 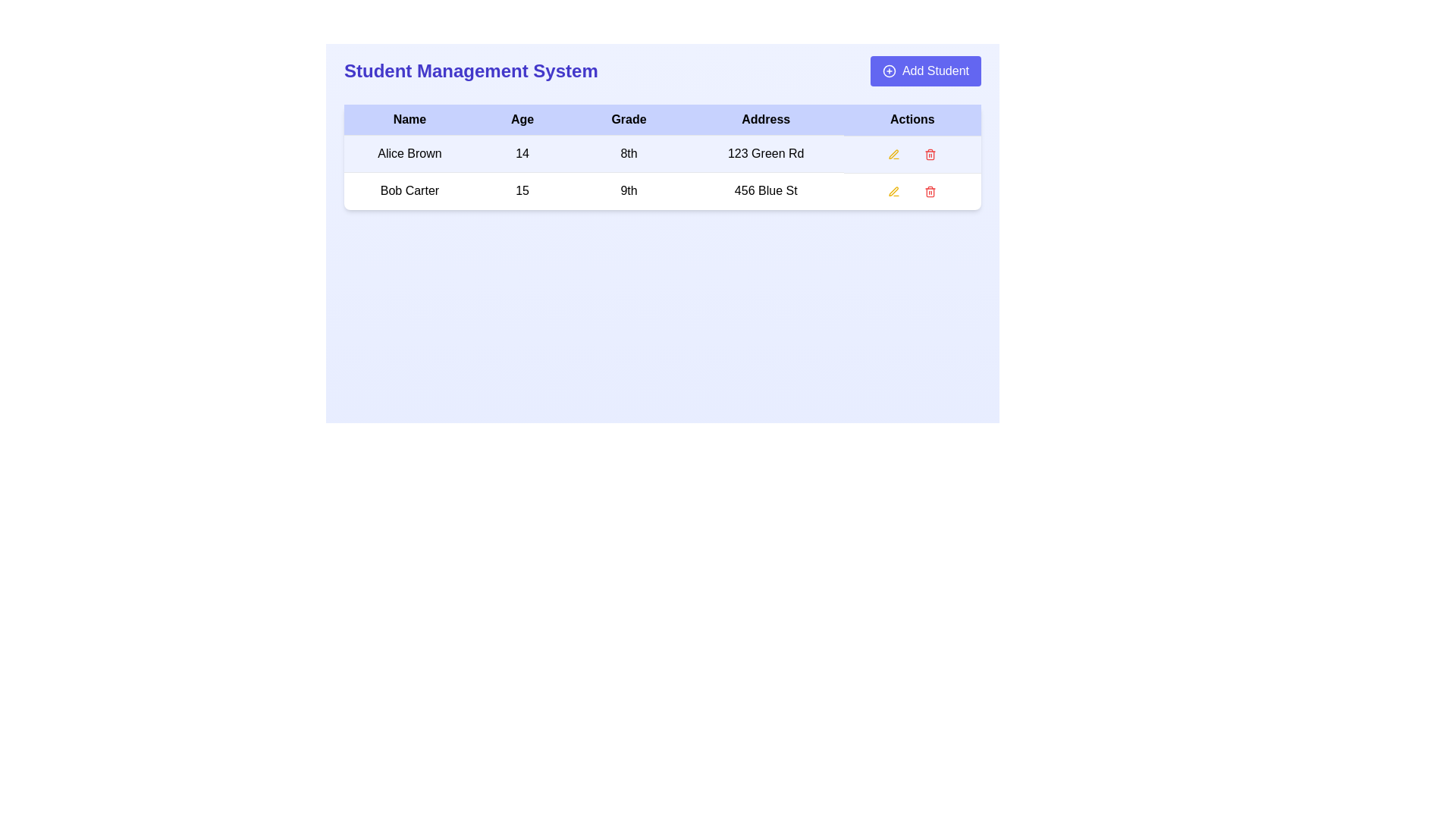 I want to click on the 'Add Student' button located at the top-right corner of the content area, so click(x=934, y=71).